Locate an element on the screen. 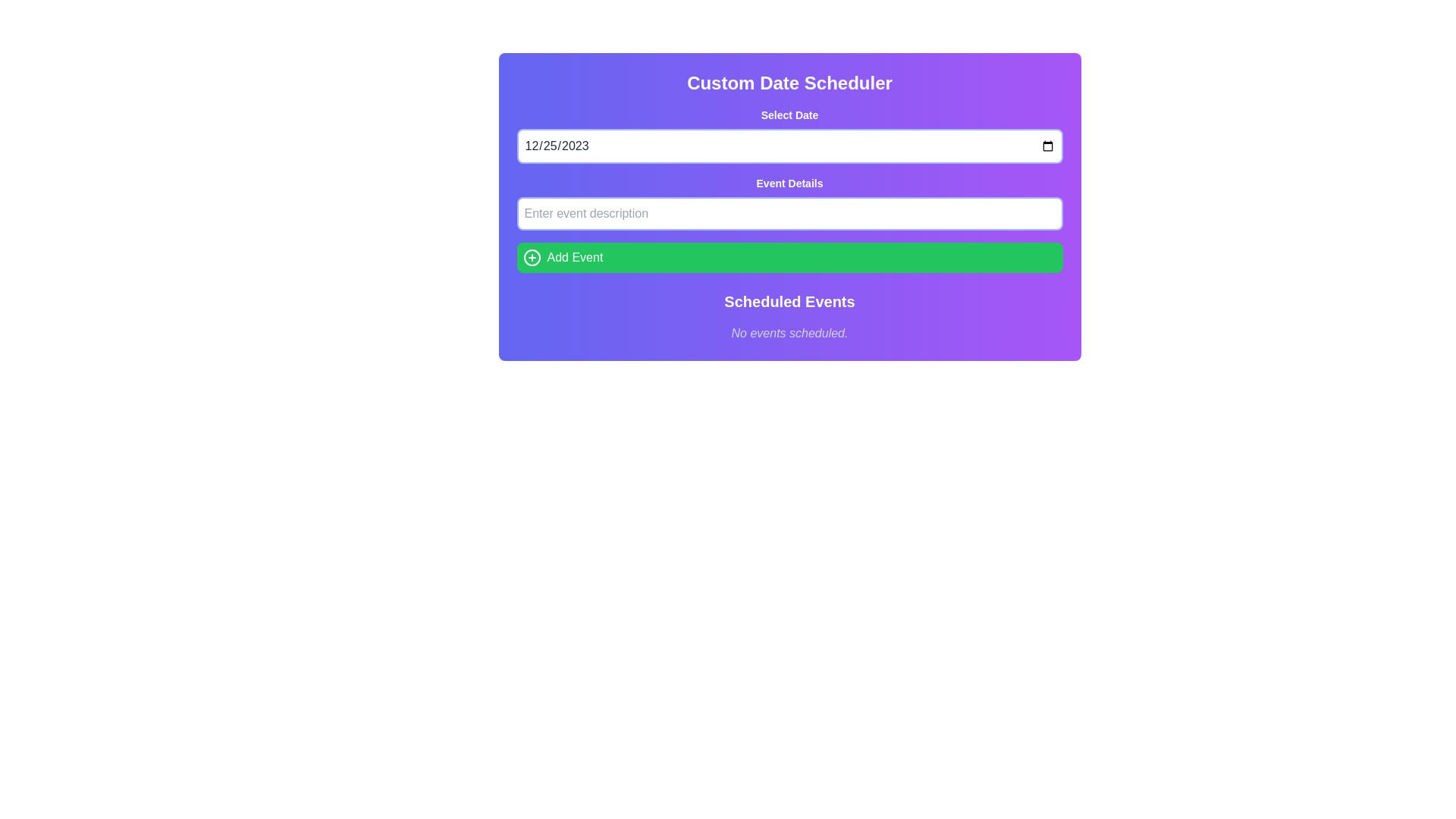  the Text Label that introduces the event description input field, which is centrally aligned above the input box is located at coordinates (789, 183).